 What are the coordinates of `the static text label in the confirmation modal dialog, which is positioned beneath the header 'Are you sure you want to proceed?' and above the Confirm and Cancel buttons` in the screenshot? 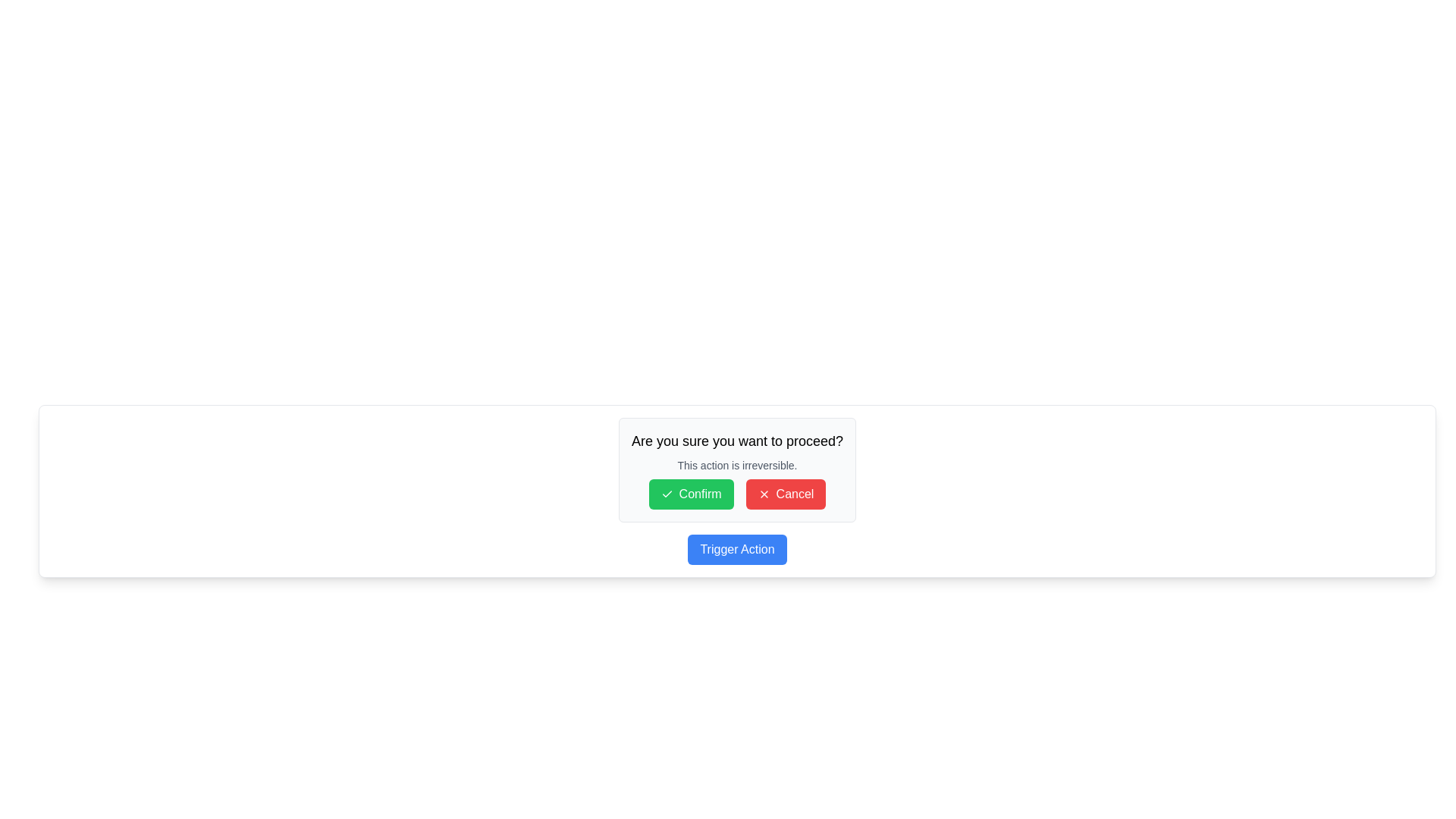 It's located at (737, 464).